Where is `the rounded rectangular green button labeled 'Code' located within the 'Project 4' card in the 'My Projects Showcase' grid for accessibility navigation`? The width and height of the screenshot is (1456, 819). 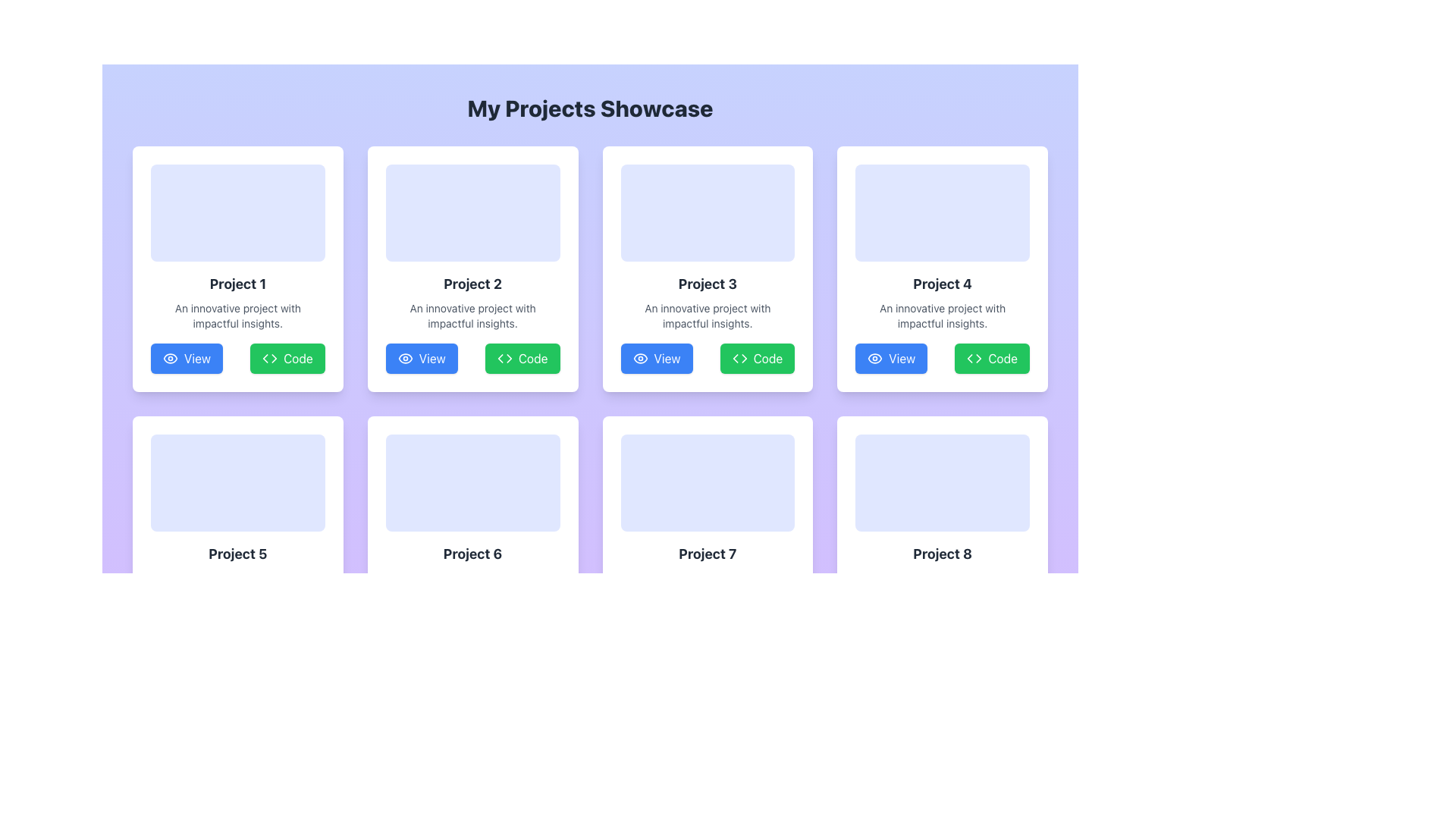 the rounded rectangular green button labeled 'Code' located within the 'Project 4' card in the 'My Projects Showcase' grid for accessibility navigation is located at coordinates (992, 359).